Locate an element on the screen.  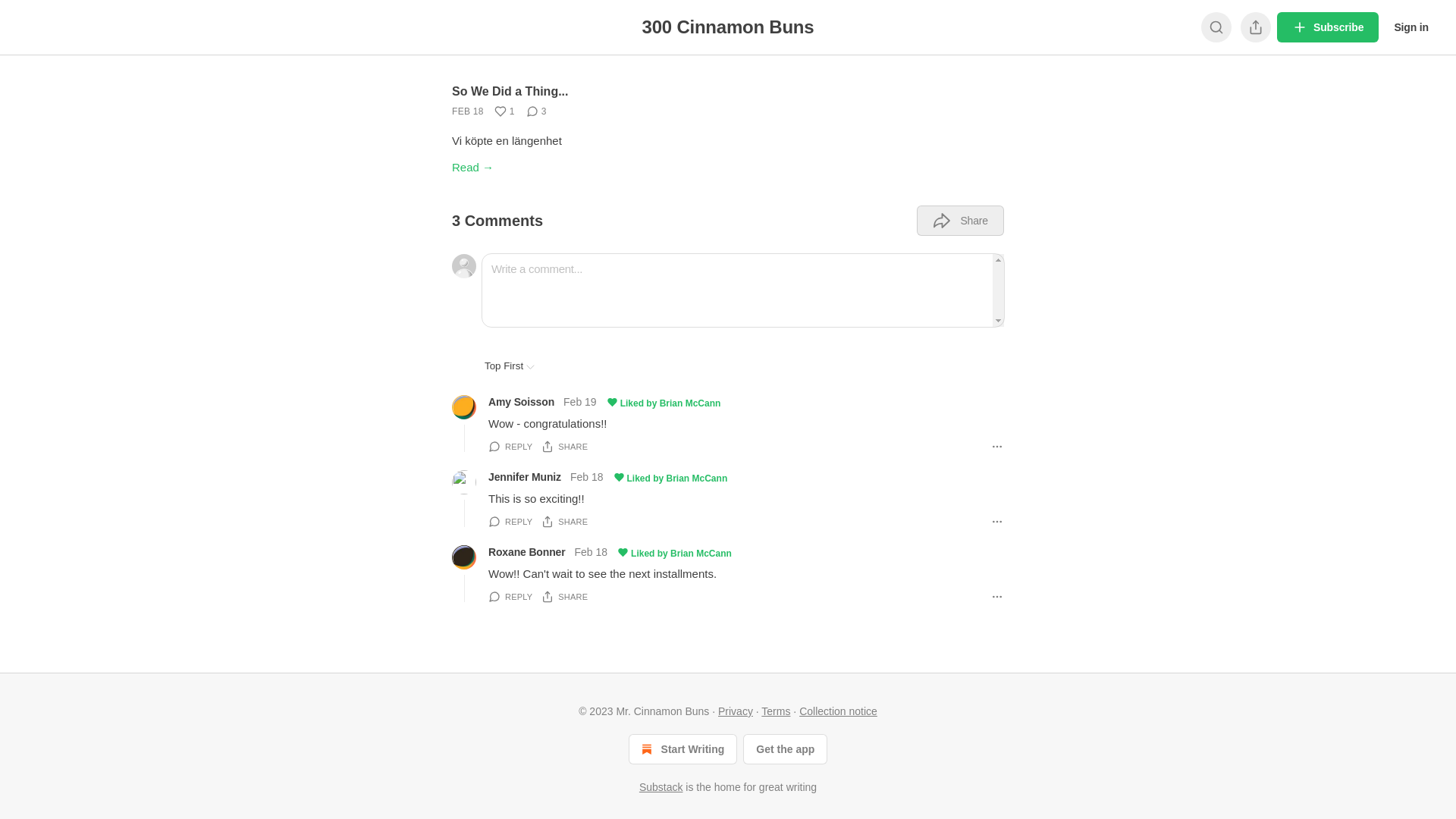
'SHARE' is located at coordinates (563, 446).